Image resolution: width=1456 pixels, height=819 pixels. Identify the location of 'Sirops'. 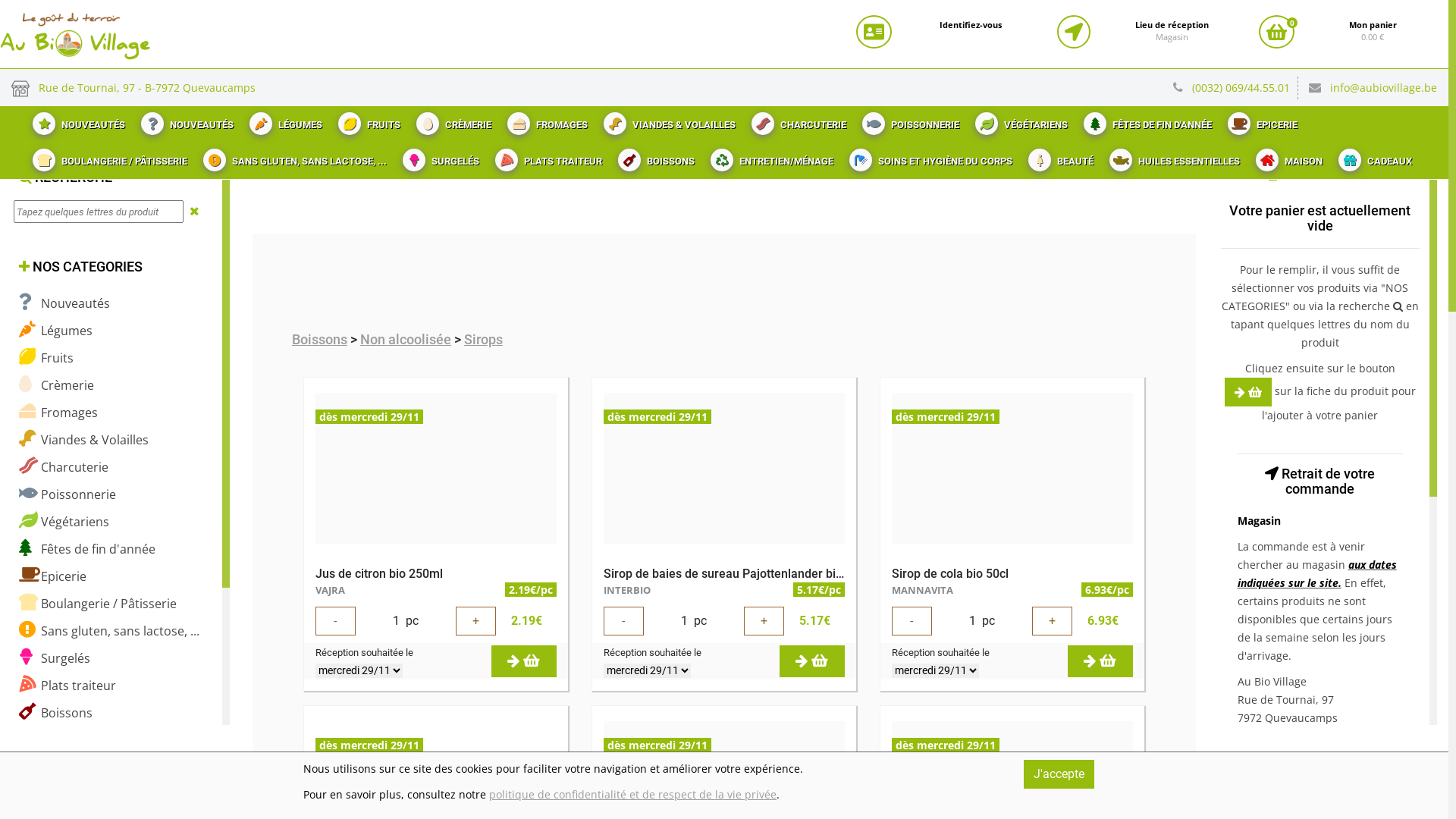
(482, 338).